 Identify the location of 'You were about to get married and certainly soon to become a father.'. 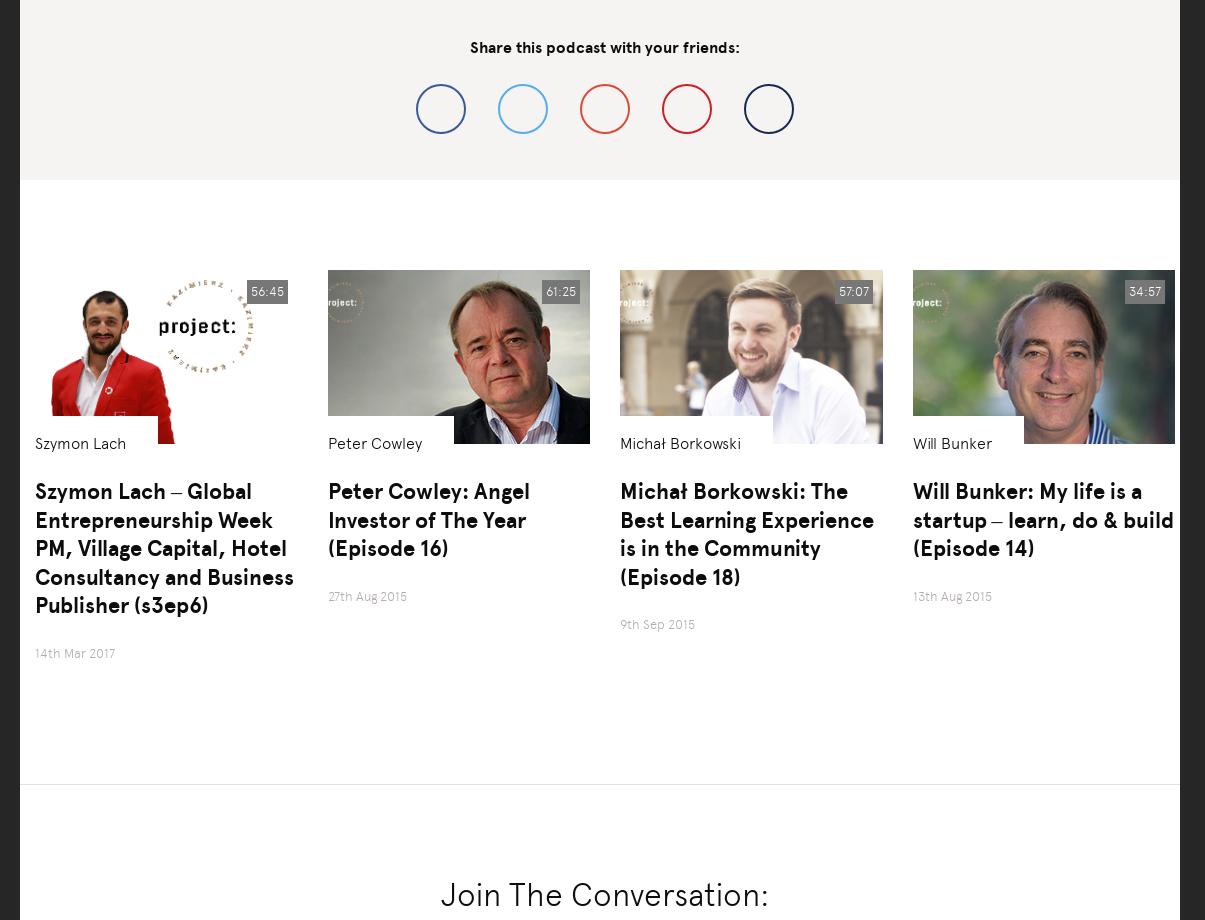
(393, 11).